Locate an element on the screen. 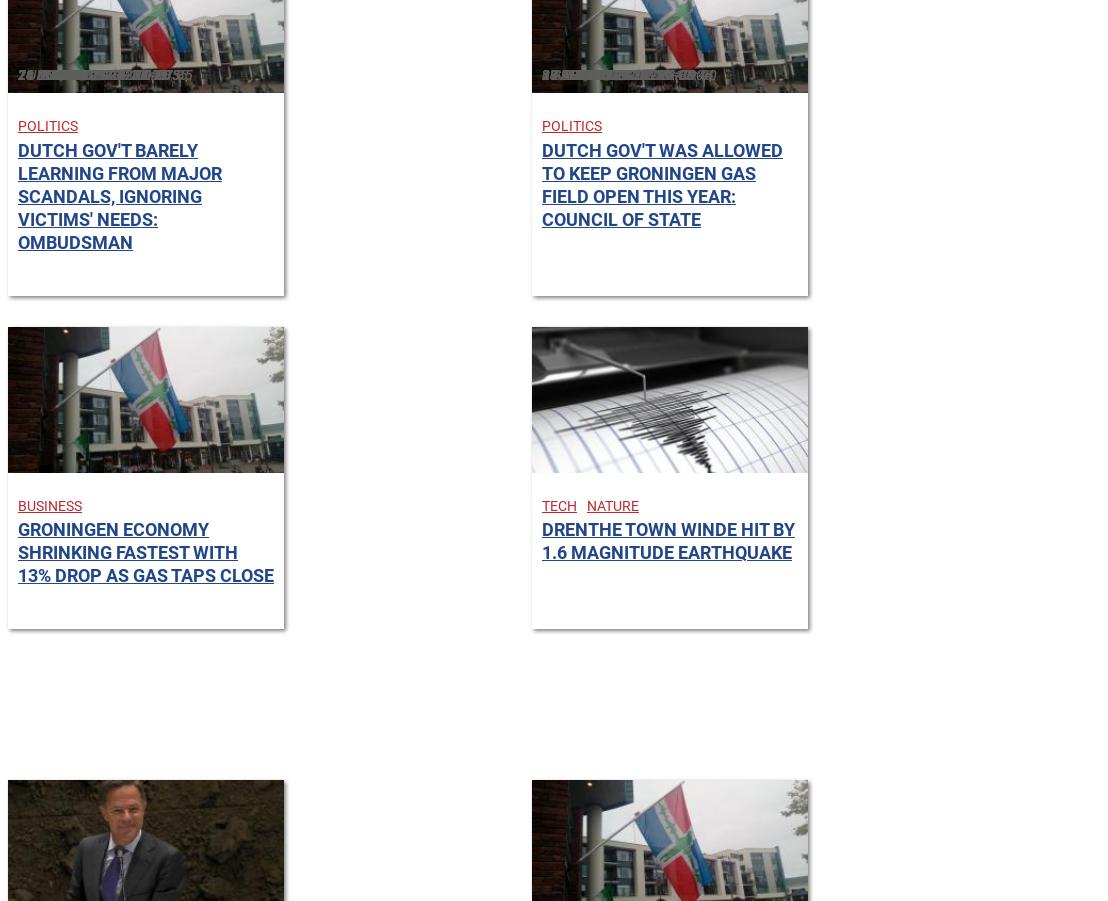 The width and height of the screenshot is (1108, 901). '10 March 2023 - 18:19' is located at coordinates (91, 74).